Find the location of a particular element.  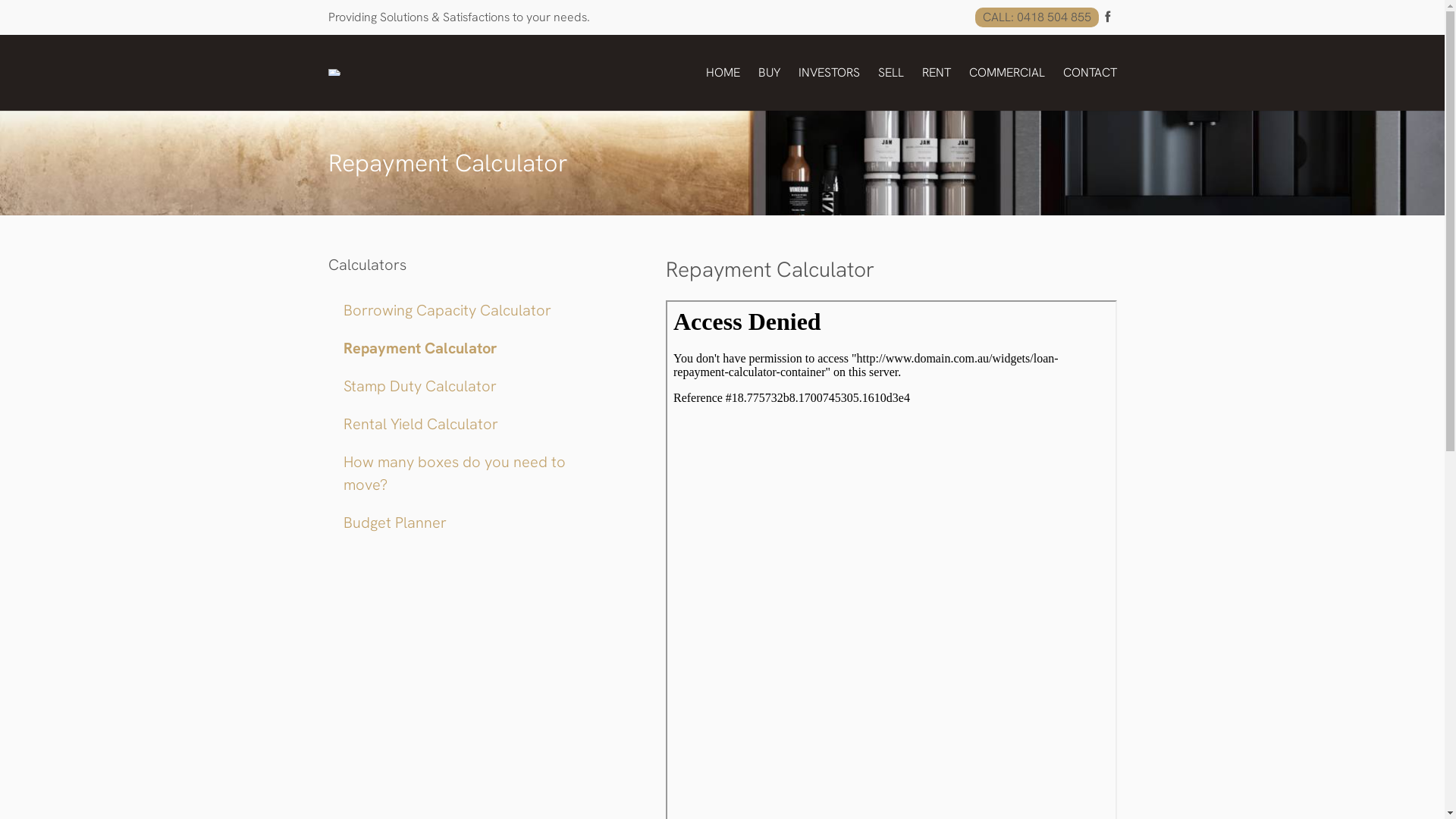

'COMMERCIAL' is located at coordinates (968, 73).